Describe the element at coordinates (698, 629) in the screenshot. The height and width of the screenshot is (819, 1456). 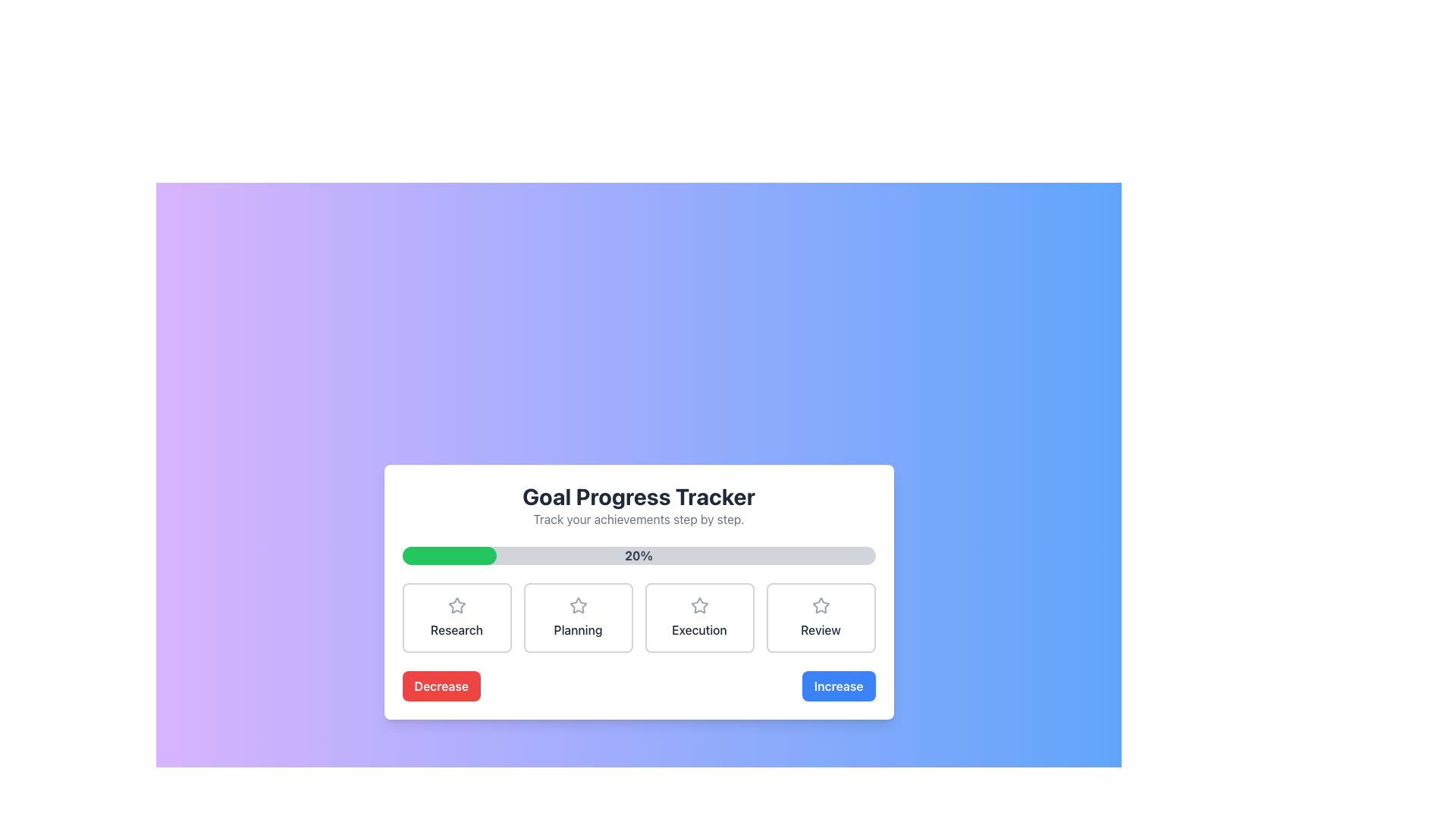
I see `the static text label indicating the 'Execution' step, which is located at the bottom of the visual block and is horizontally centered beneath a star icon` at that location.